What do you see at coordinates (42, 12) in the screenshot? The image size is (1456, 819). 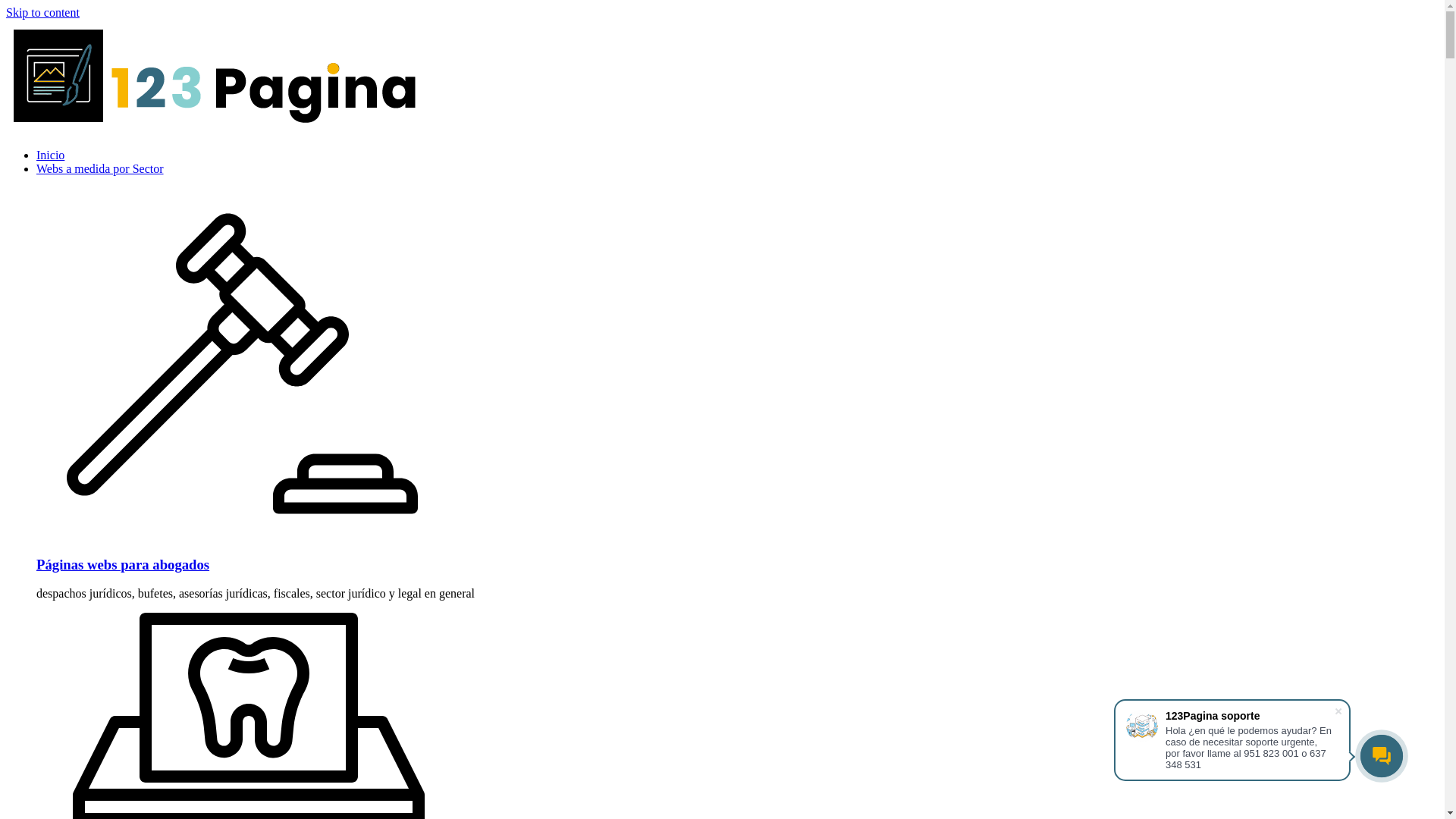 I see `'Skip to content'` at bounding box center [42, 12].